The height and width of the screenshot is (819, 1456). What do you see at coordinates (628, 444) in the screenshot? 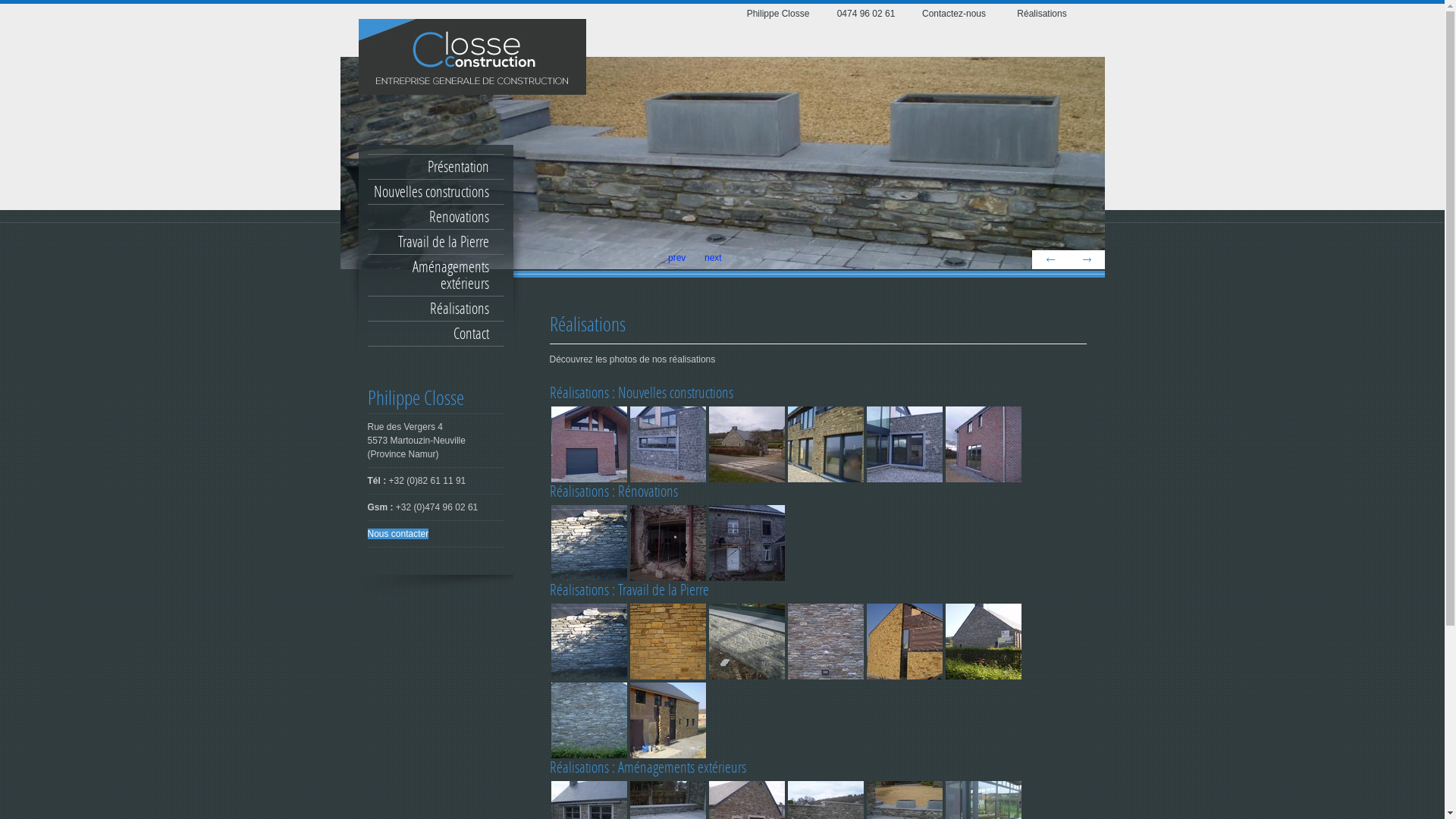
I see `'OLYMPUS DIGITAL CAMERA         '` at bounding box center [628, 444].